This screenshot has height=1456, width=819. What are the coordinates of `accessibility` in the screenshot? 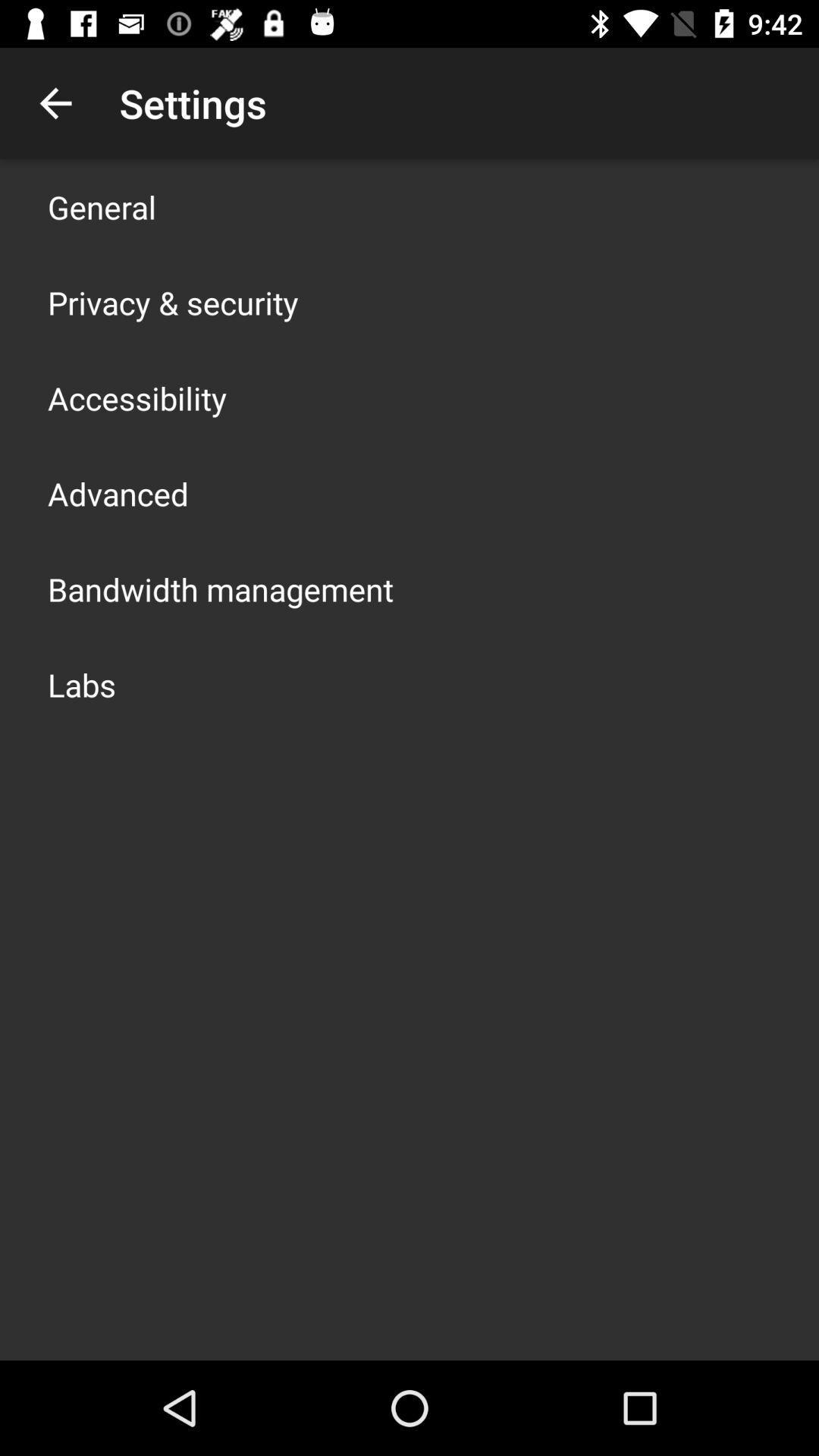 It's located at (137, 397).